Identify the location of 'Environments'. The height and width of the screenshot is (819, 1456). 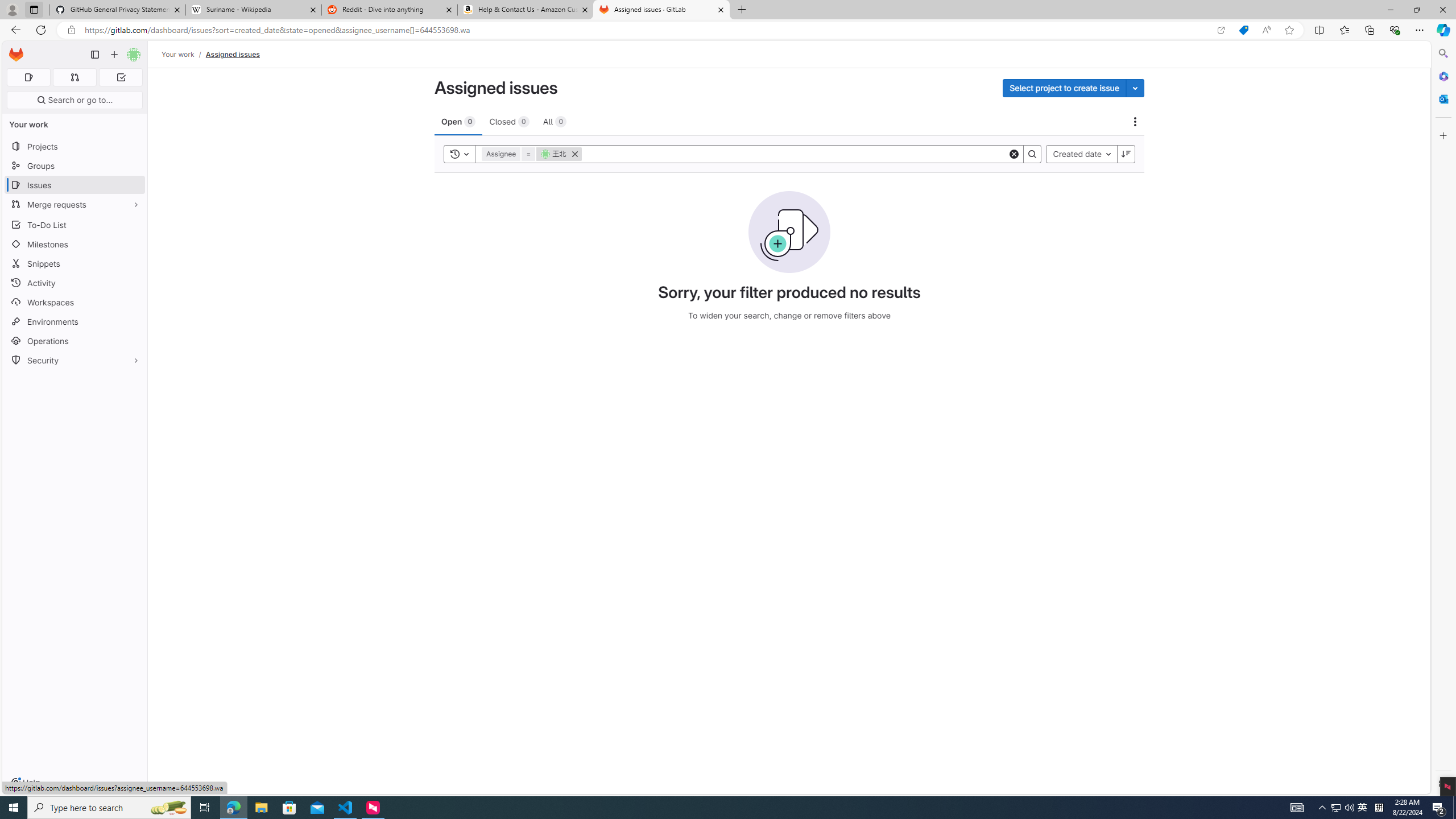
(74, 321).